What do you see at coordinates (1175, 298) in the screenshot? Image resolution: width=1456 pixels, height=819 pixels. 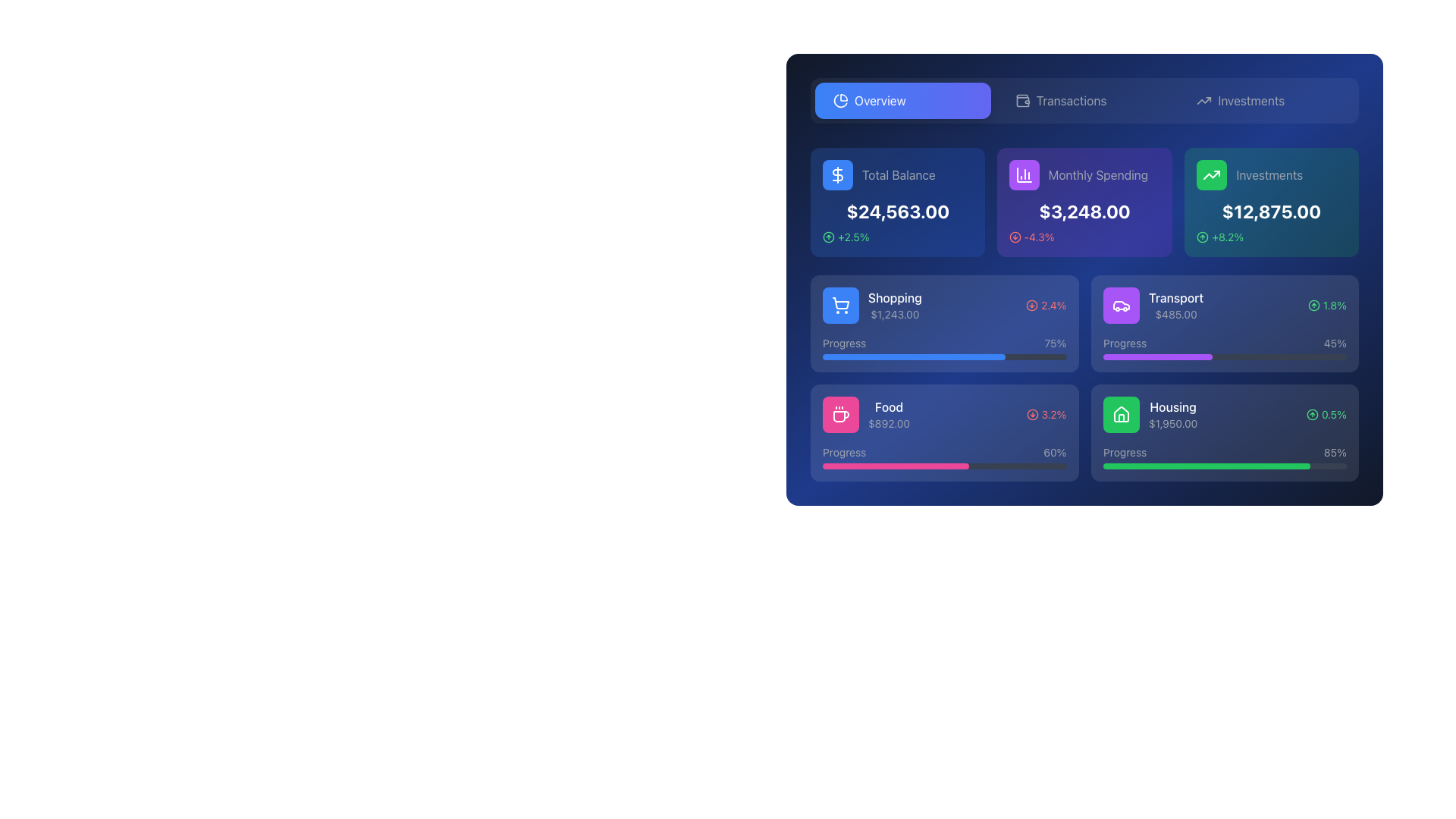 I see `the static text label 'Transport' located at the top of the purple card labeled 'Transport $485.00', which provides context for the monetary value and progress bar below it` at bounding box center [1175, 298].